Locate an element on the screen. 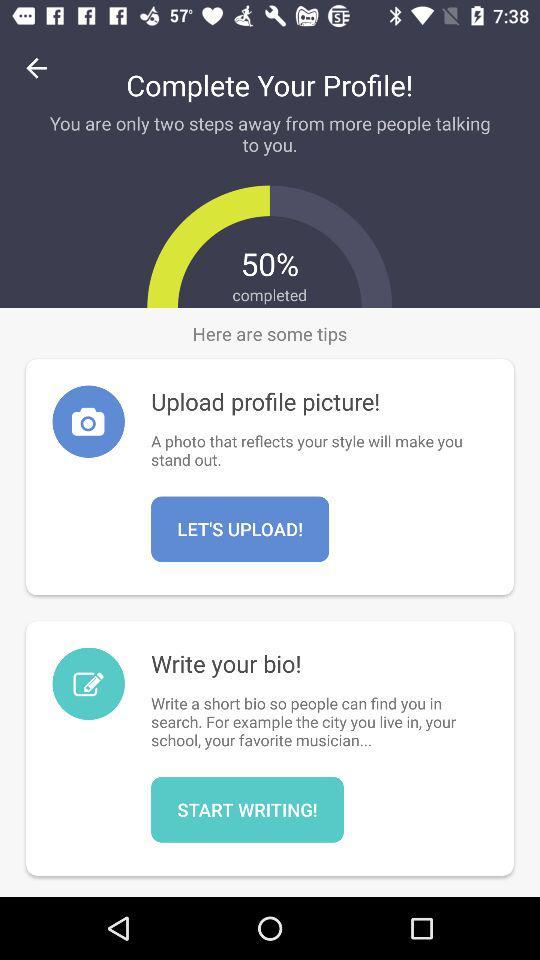  icon below a photo that is located at coordinates (240, 528).